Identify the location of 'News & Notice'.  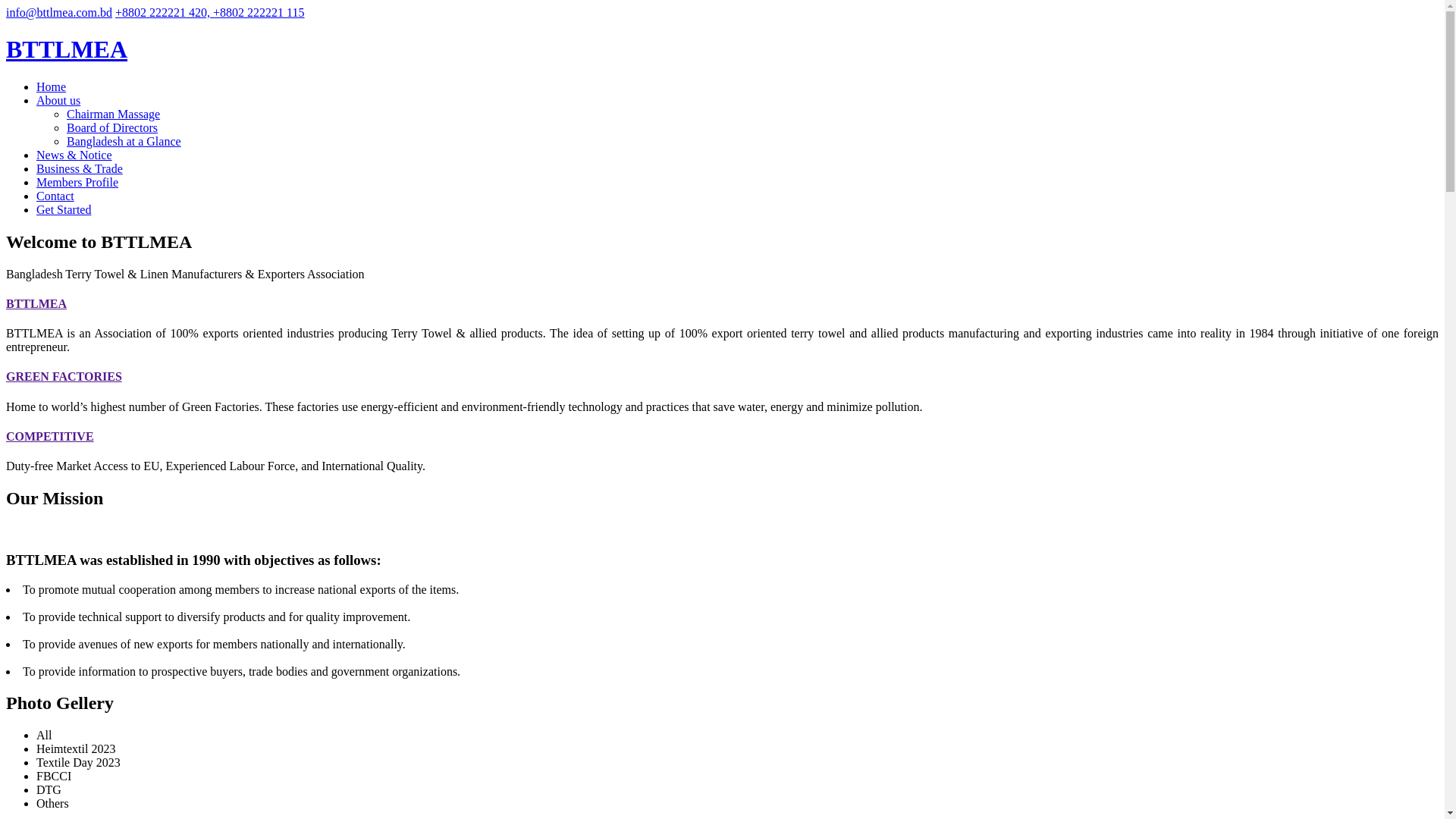
(73, 155).